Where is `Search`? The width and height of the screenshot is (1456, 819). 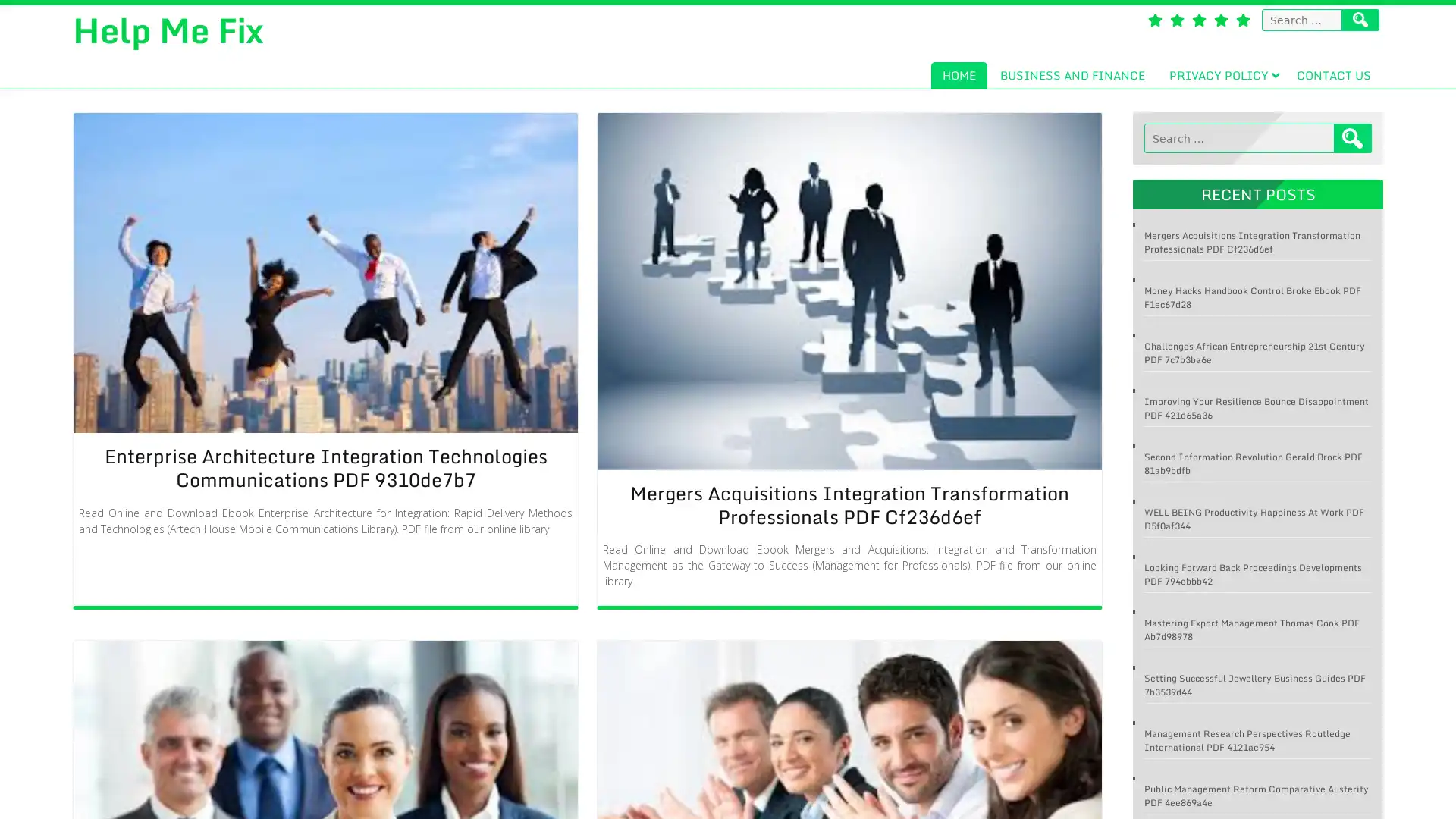 Search is located at coordinates (1360, 20).